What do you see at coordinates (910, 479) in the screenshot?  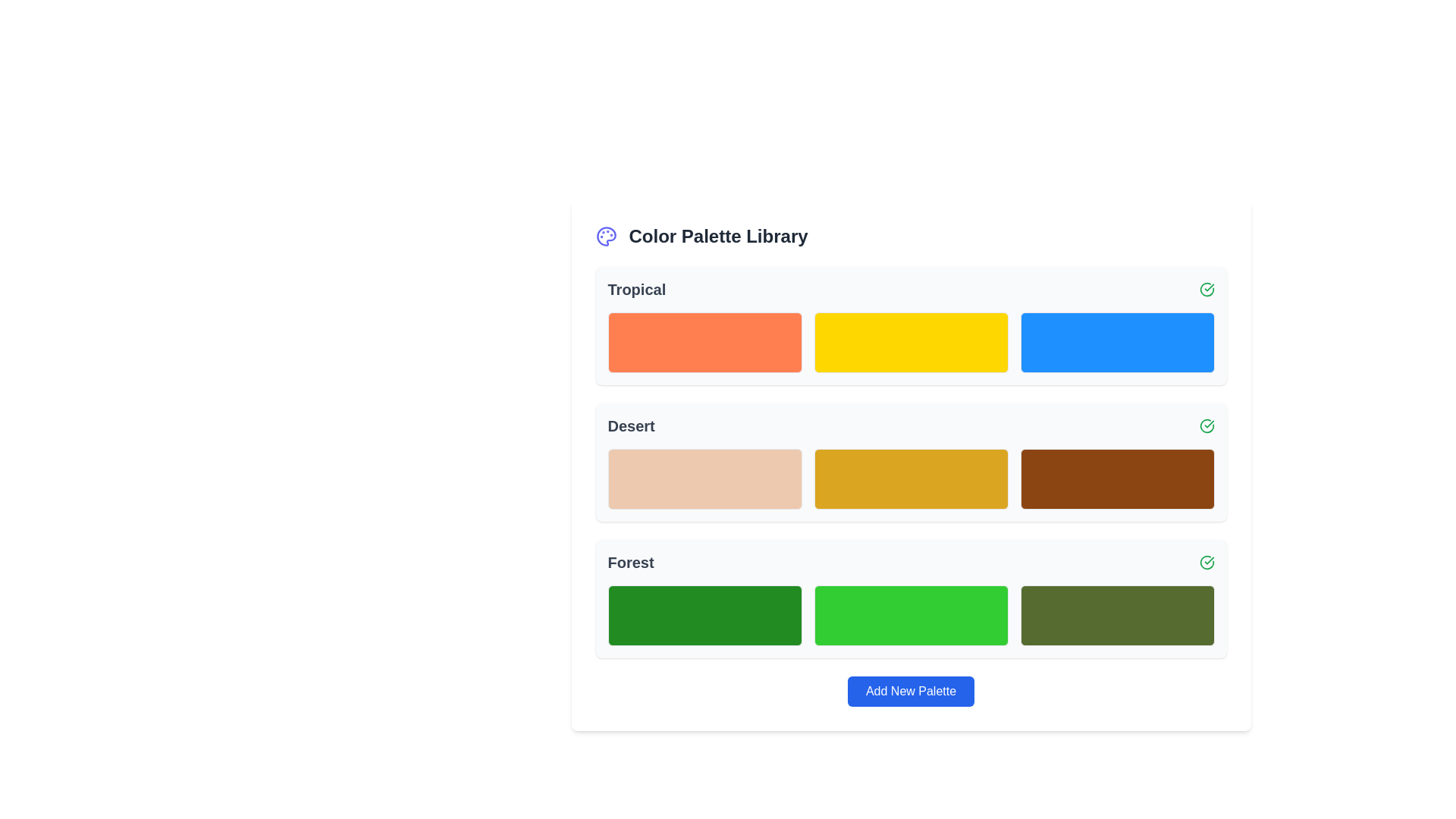 I see `the gold color swatch element labeled 'Desert'` at bounding box center [910, 479].